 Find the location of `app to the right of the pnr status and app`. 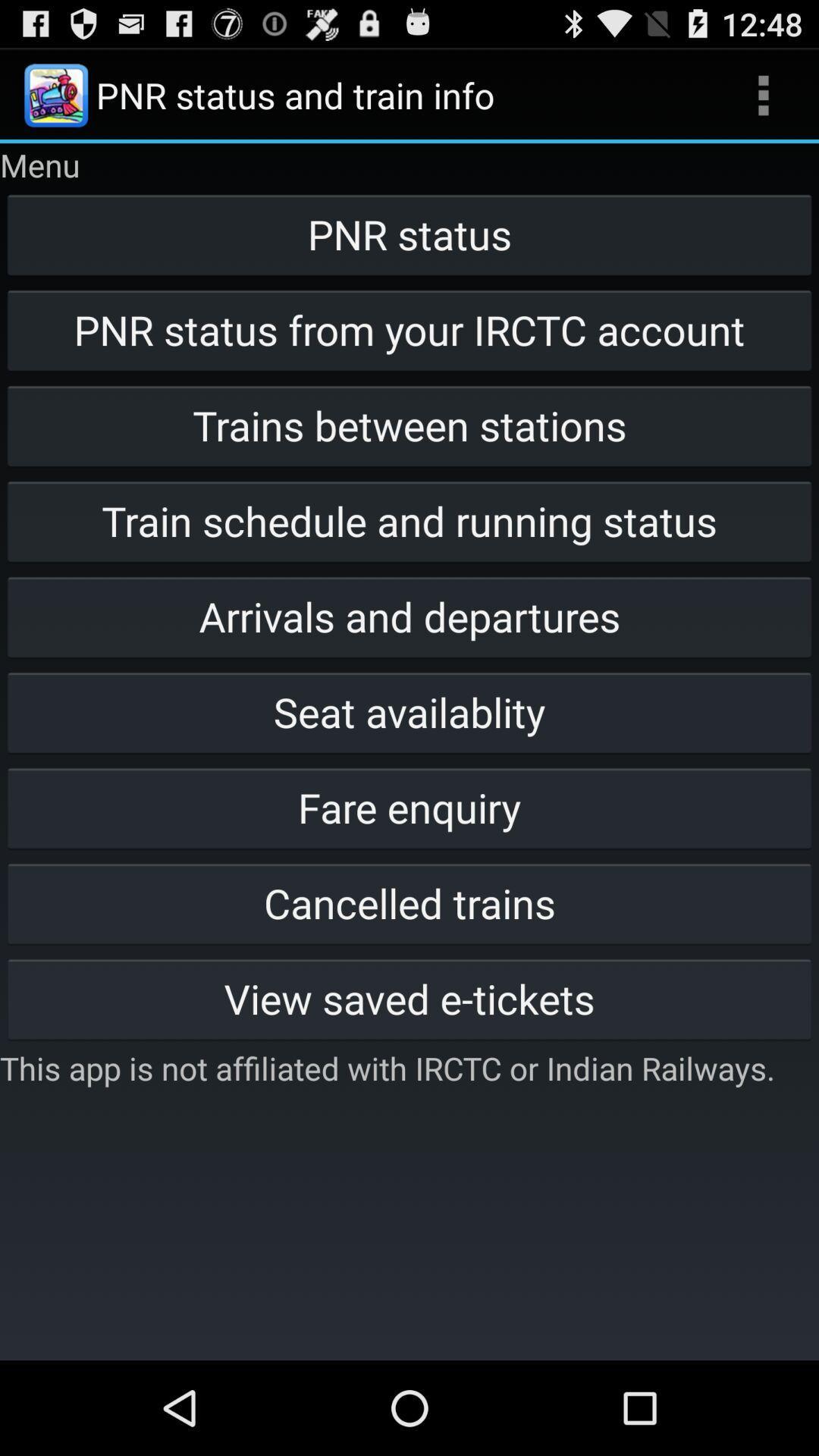

app to the right of the pnr status and app is located at coordinates (763, 94).